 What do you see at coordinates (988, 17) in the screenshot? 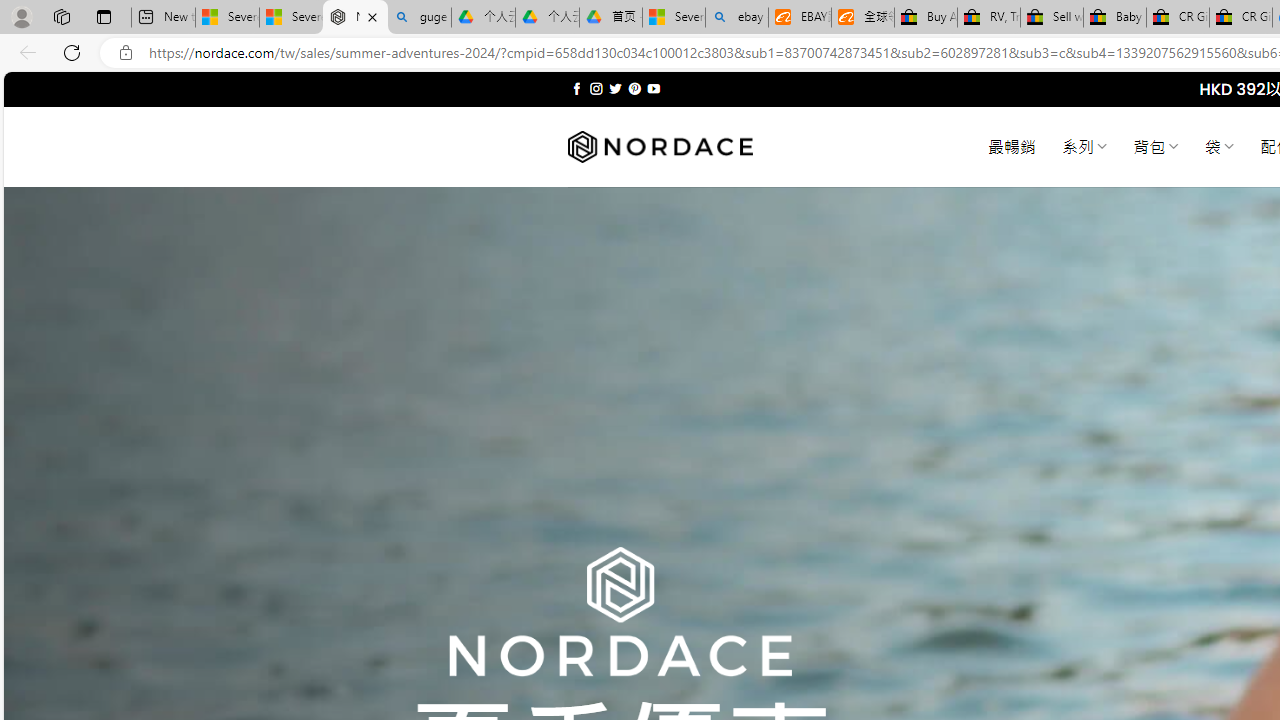
I see `'RV, Trailer & Camper Steps & Ladders for sale | eBay'` at bounding box center [988, 17].